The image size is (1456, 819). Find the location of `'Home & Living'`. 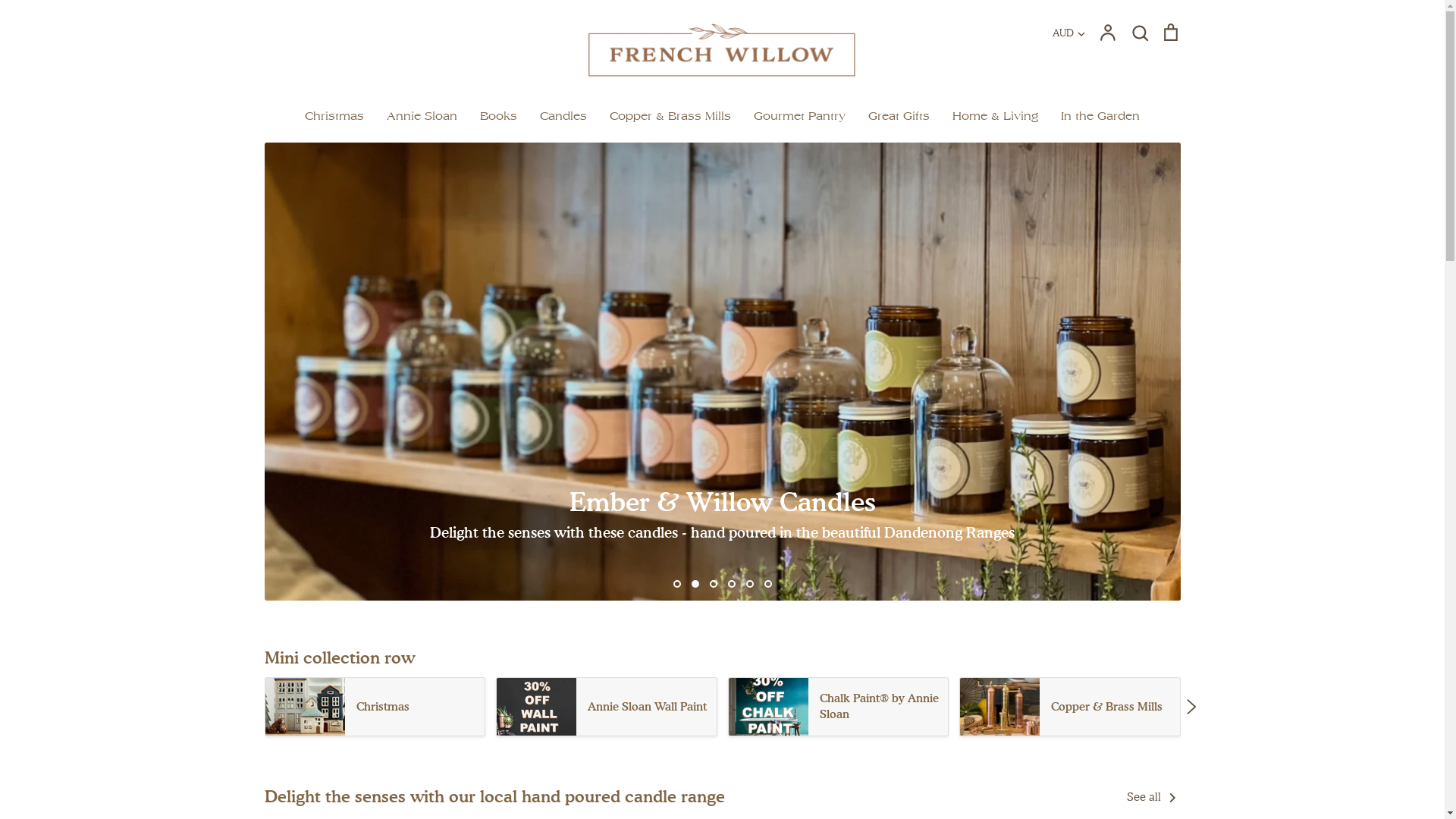

'Home & Living' is located at coordinates (995, 115).